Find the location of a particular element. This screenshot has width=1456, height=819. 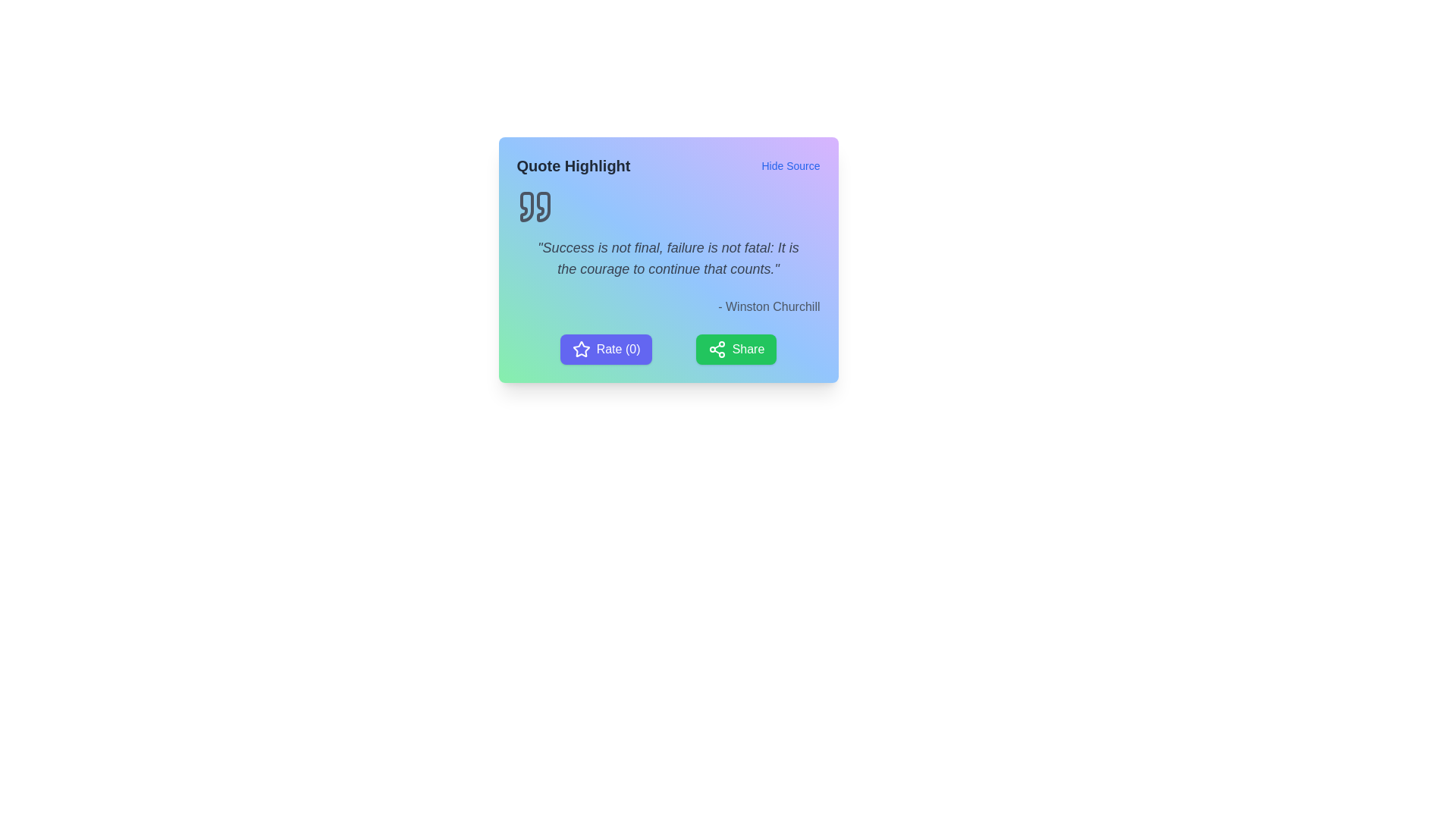

the bold text label displaying 'Quote Highlight' in the header section of the card, which is aligned to the left side is located at coordinates (573, 166).